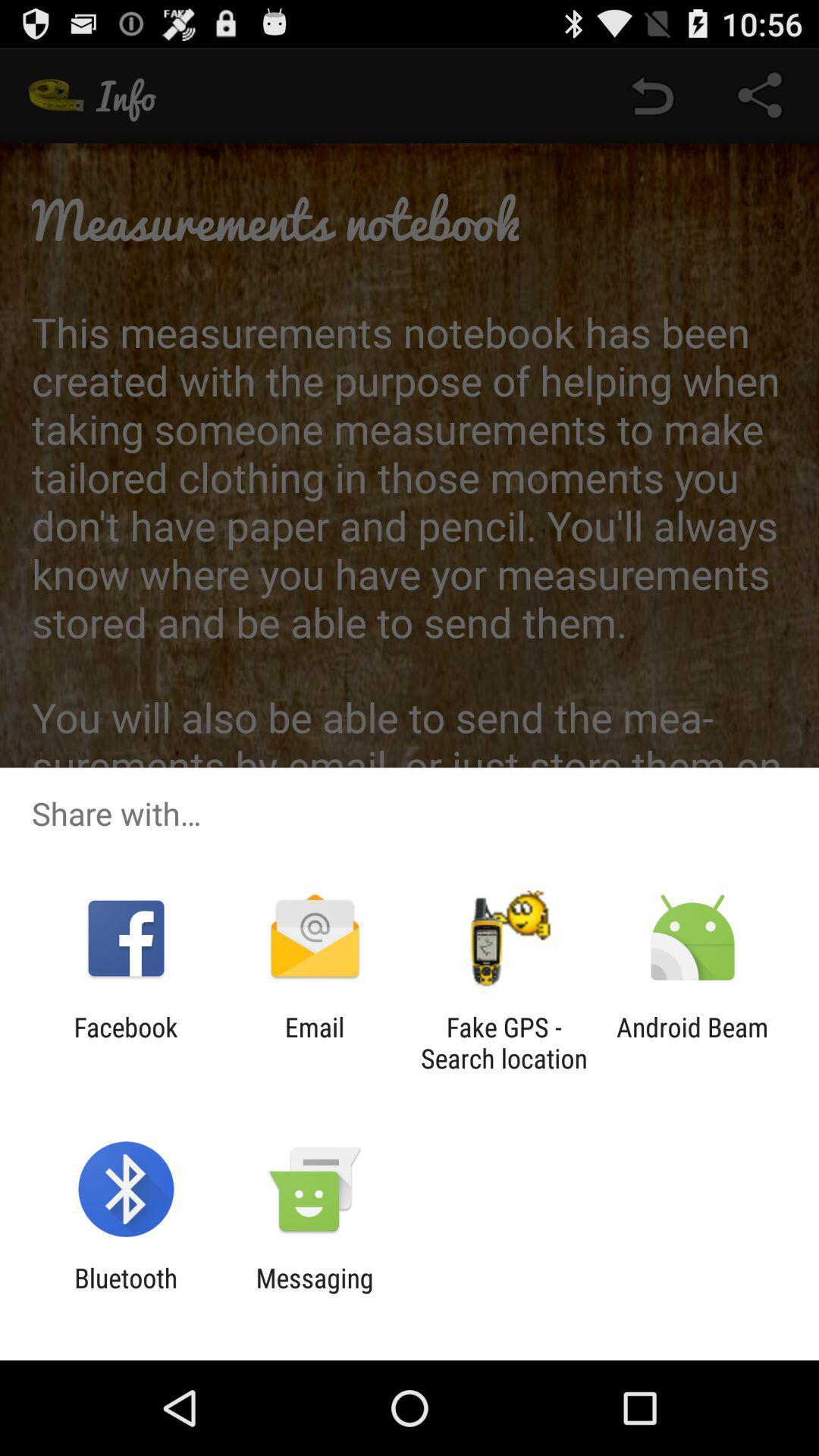 This screenshot has width=819, height=1456. Describe the element at coordinates (125, 1042) in the screenshot. I see `the app to the left of email app` at that location.